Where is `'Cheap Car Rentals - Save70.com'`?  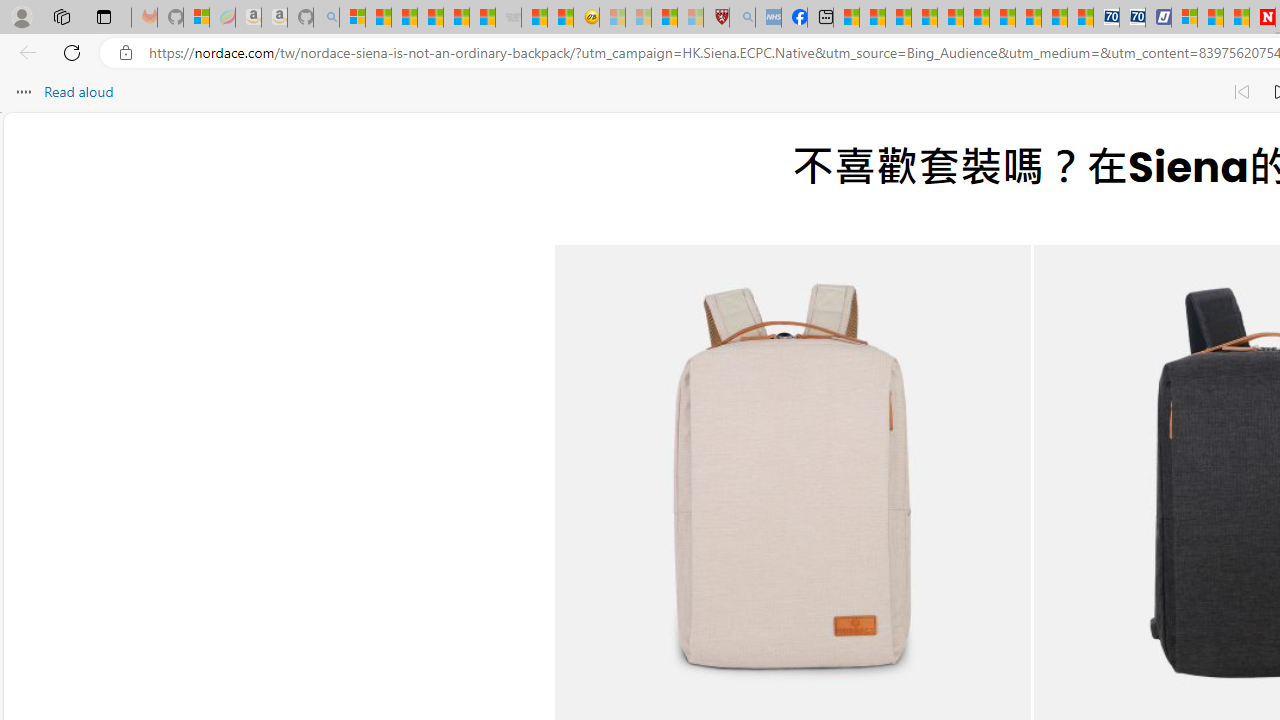
'Cheap Car Rentals - Save70.com' is located at coordinates (1105, 17).